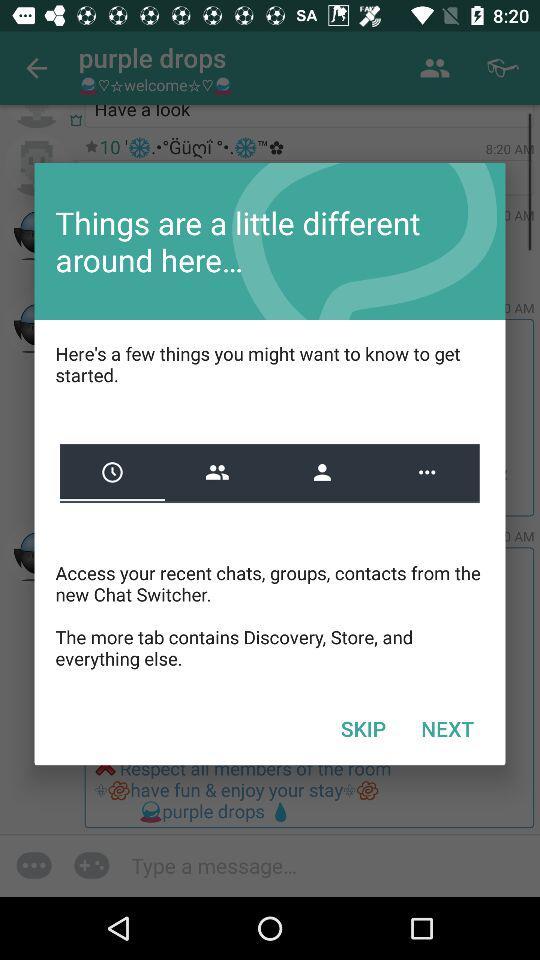  Describe the element at coordinates (362, 727) in the screenshot. I see `the icon next to the next` at that location.